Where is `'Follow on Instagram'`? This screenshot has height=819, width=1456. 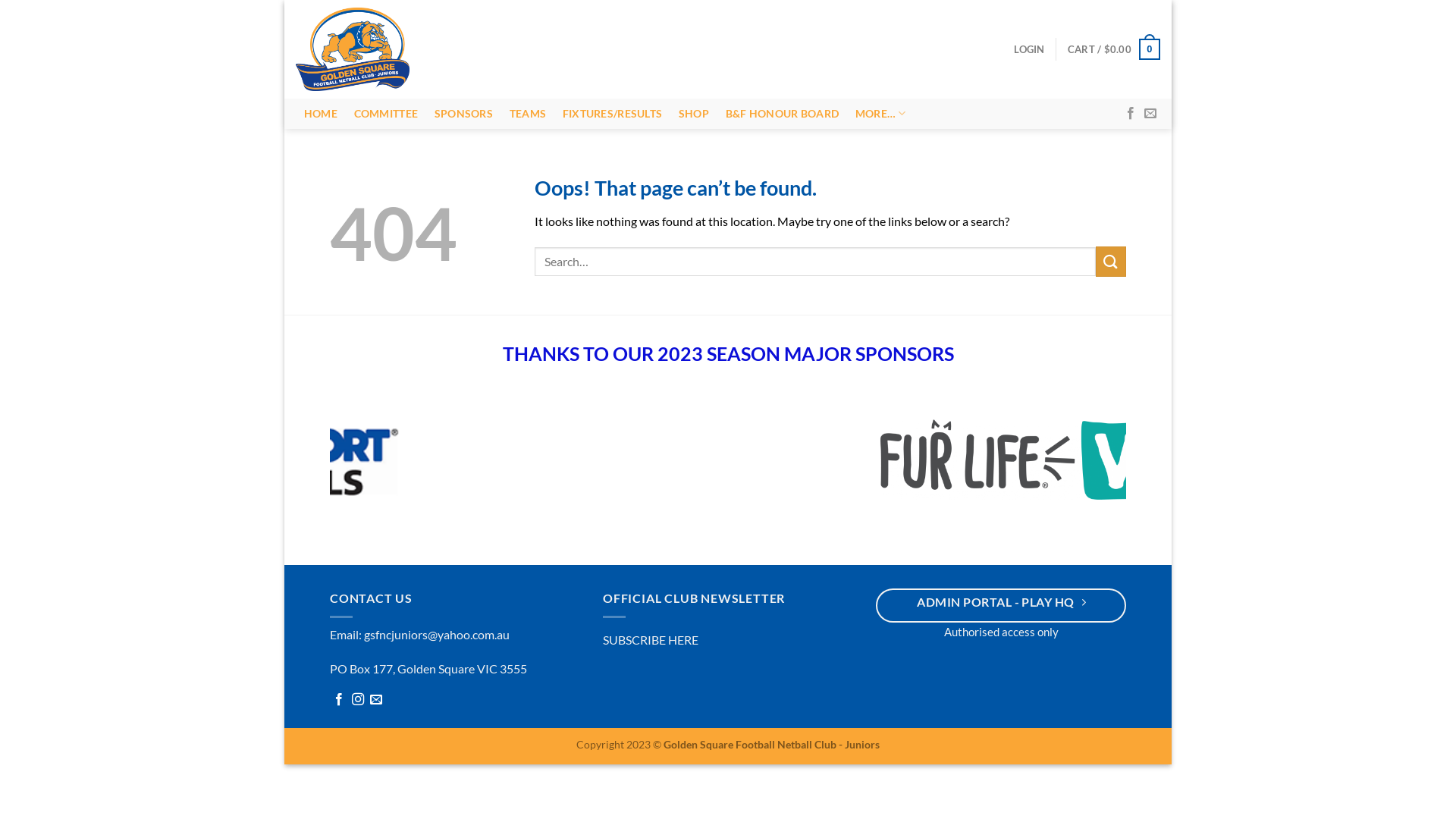 'Follow on Instagram' is located at coordinates (356, 704).